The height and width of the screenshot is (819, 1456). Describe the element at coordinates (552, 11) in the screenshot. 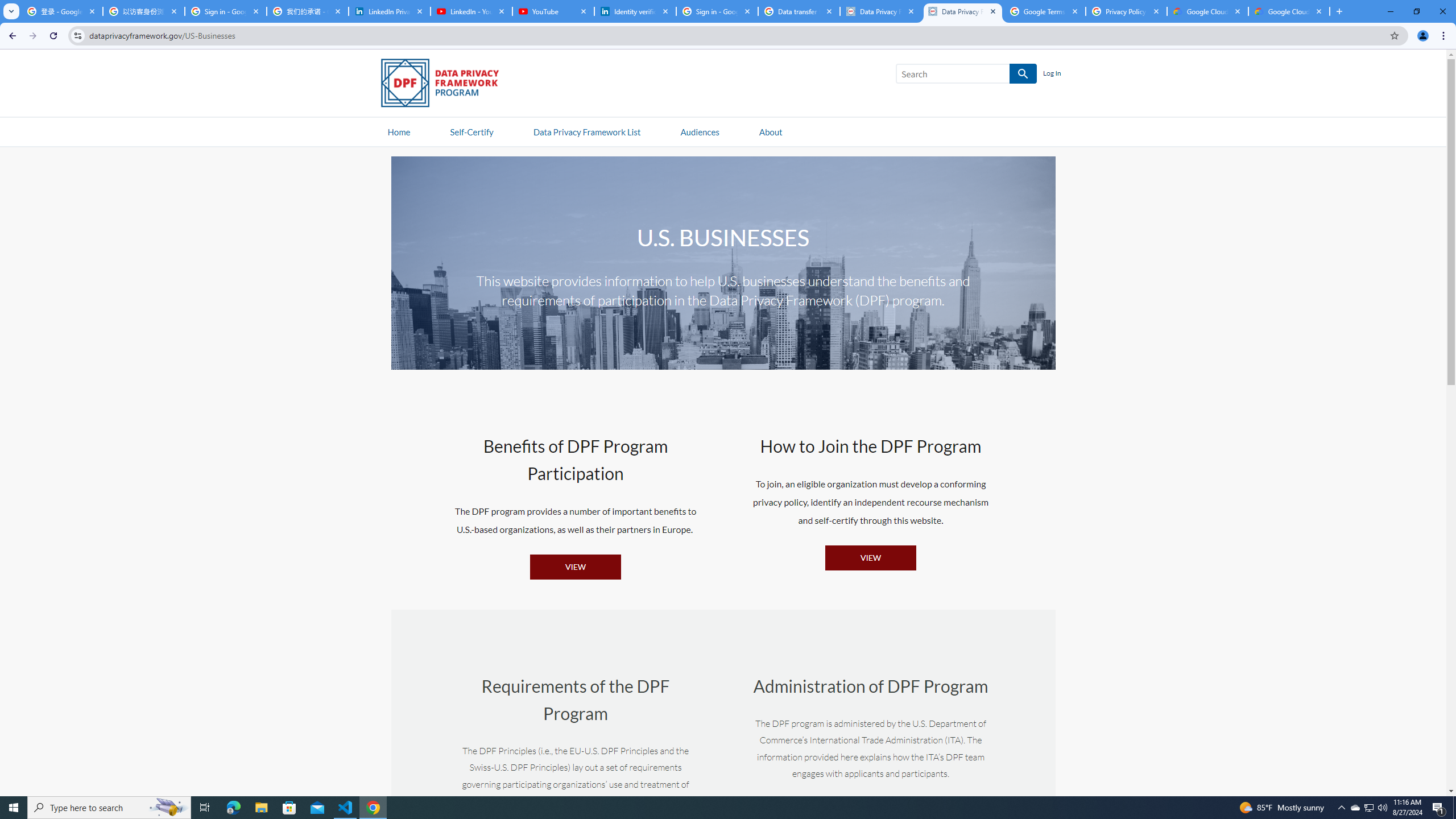

I see `'YouTube'` at that location.